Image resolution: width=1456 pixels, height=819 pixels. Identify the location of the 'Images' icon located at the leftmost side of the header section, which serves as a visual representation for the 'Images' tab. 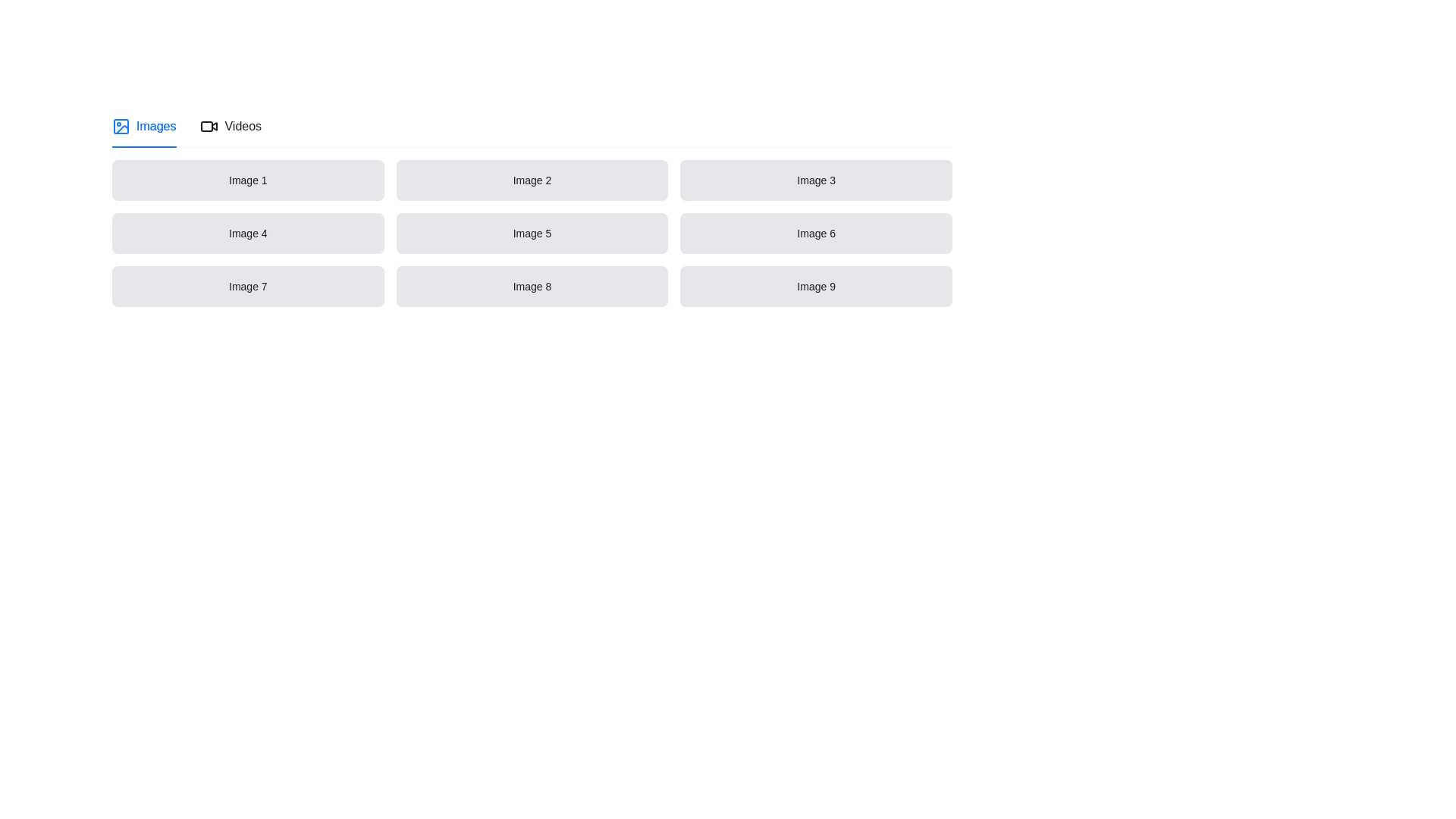
(120, 124).